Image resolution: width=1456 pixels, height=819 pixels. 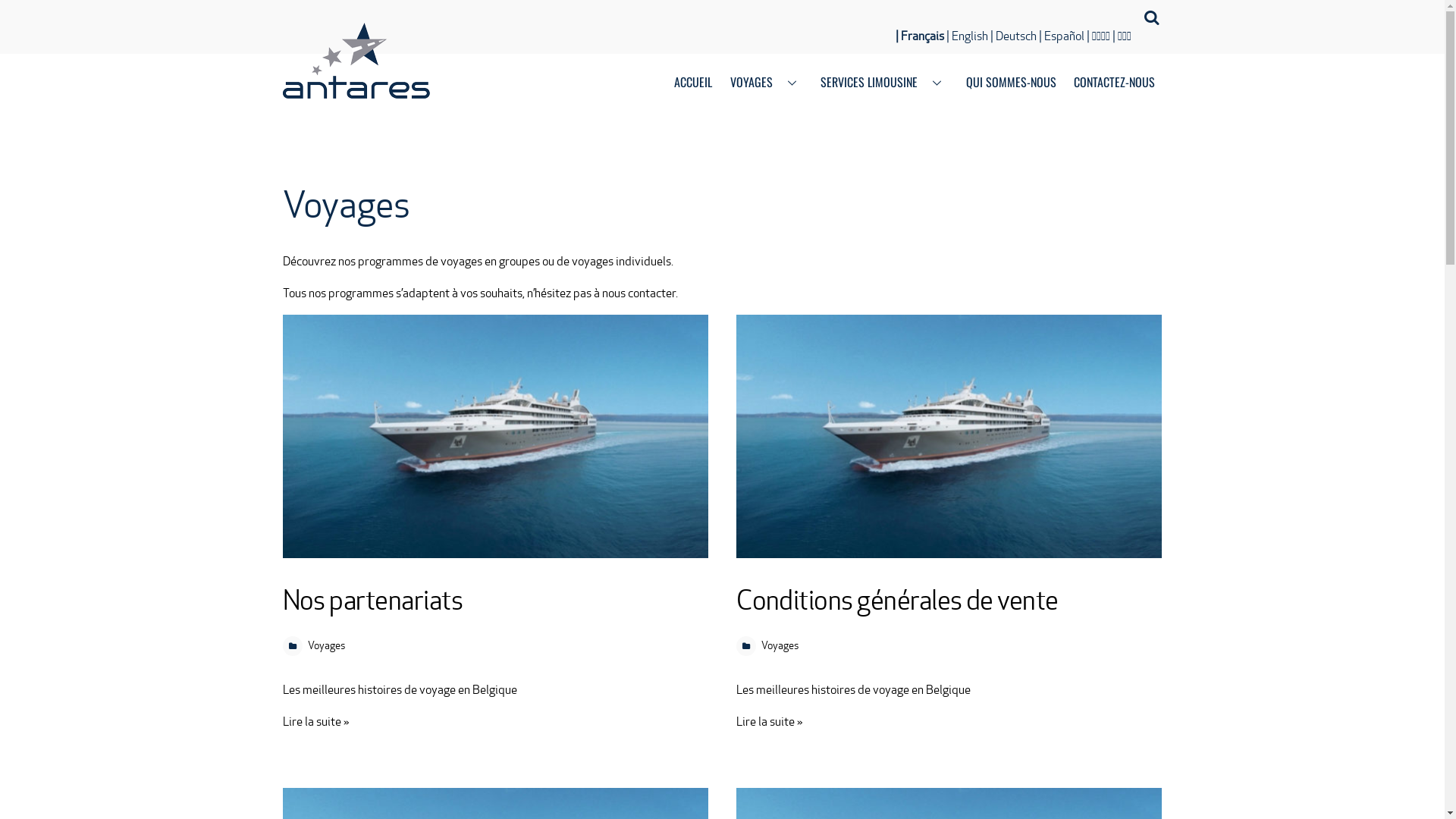 What do you see at coordinates (966, 35) in the screenshot?
I see `'English'` at bounding box center [966, 35].